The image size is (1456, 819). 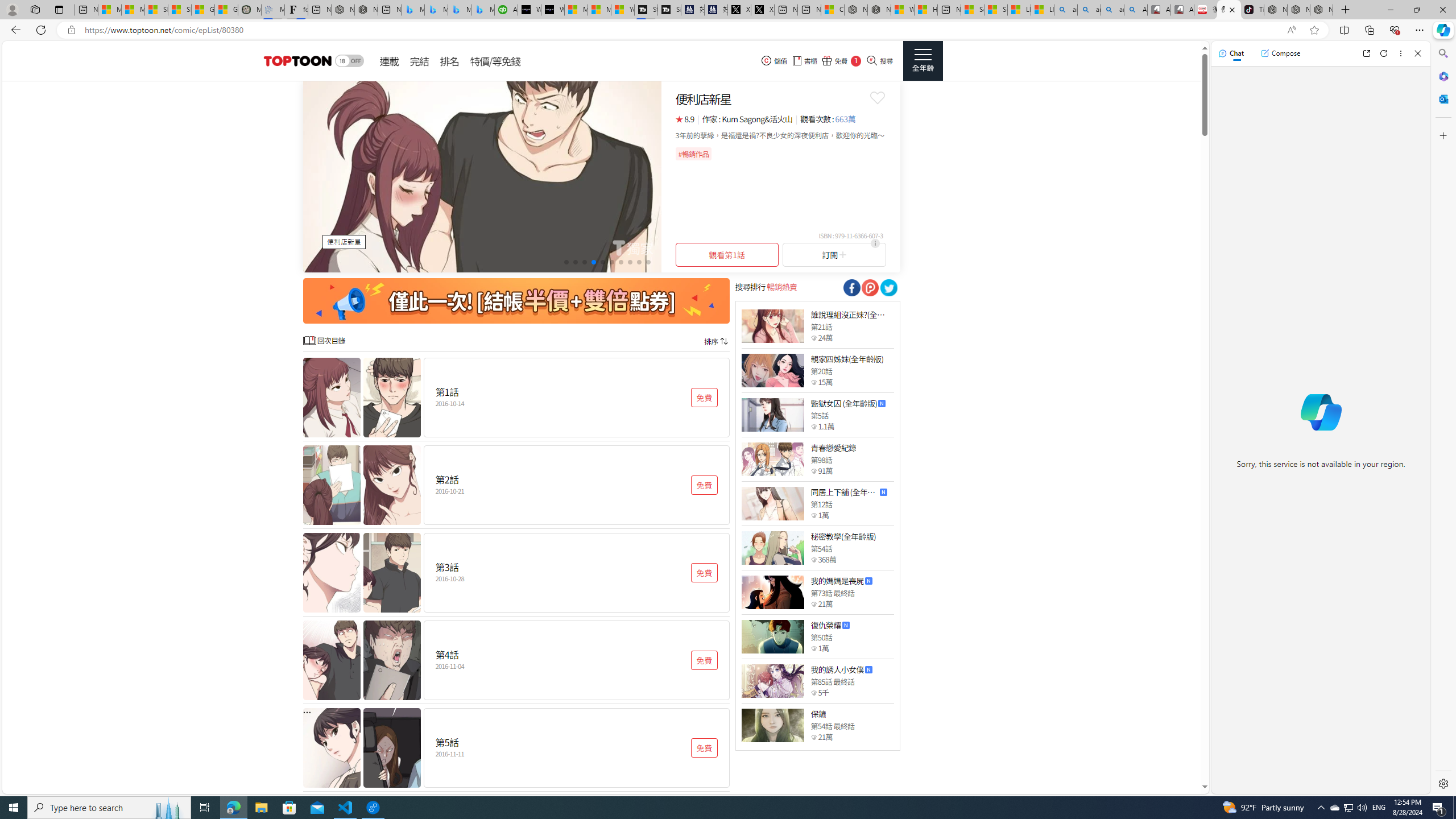 I want to click on 'Microsoft Start Sports', so click(x=575, y=9).